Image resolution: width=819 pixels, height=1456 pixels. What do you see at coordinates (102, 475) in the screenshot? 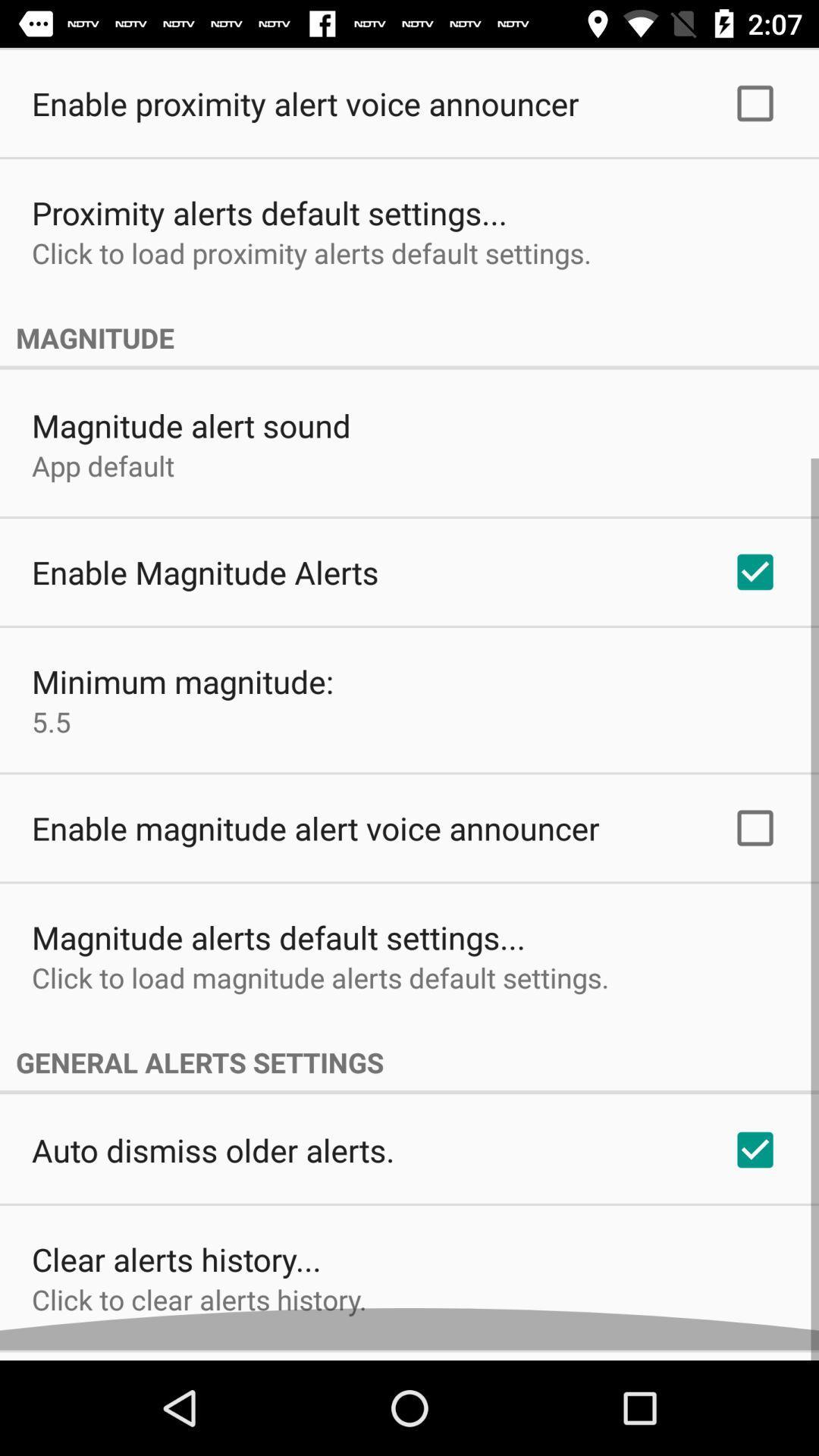
I see `app below the magnitude alert sound item` at bounding box center [102, 475].